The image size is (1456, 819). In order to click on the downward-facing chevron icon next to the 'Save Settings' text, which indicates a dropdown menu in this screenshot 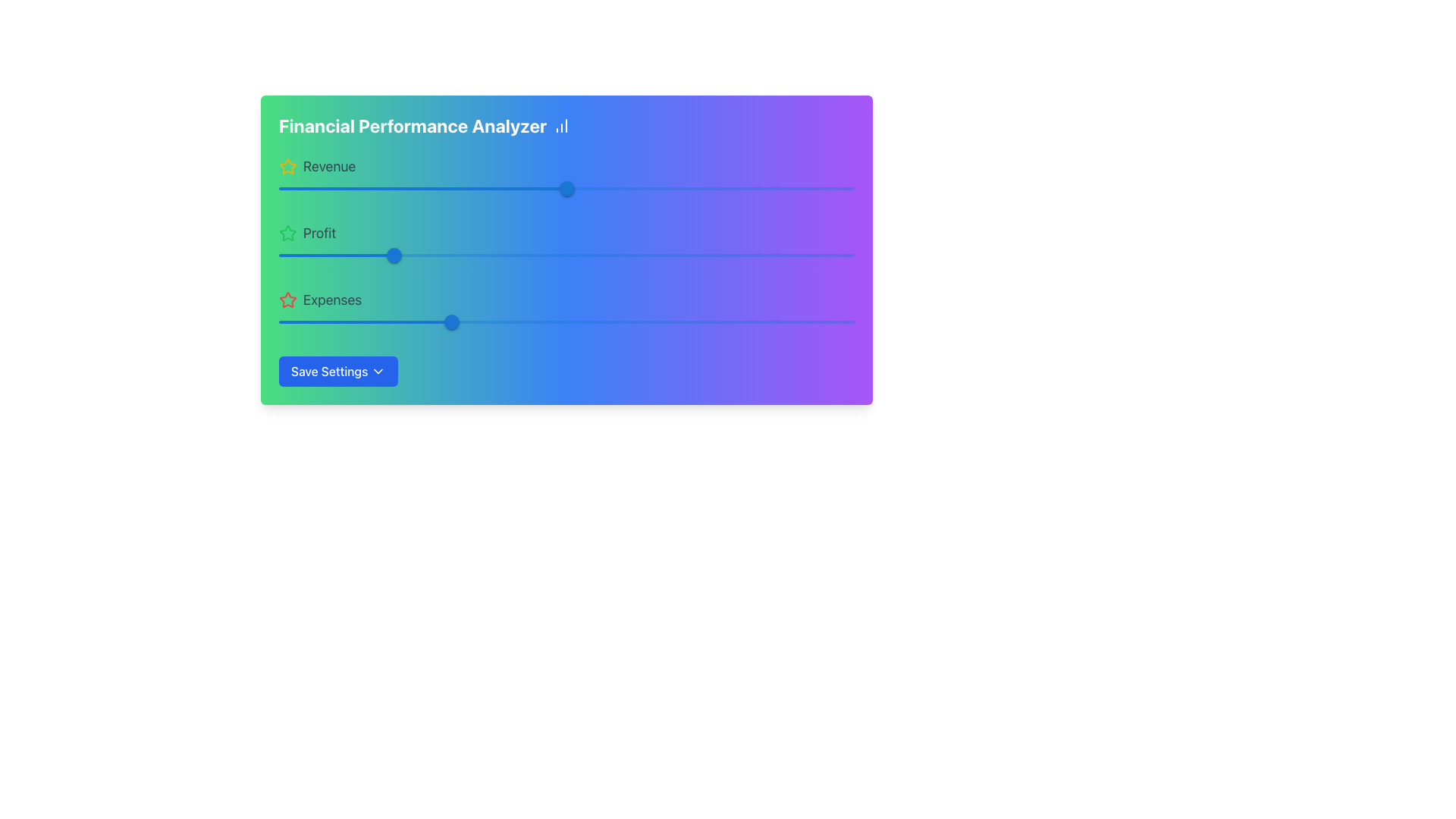, I will do `click(378, 371)`.